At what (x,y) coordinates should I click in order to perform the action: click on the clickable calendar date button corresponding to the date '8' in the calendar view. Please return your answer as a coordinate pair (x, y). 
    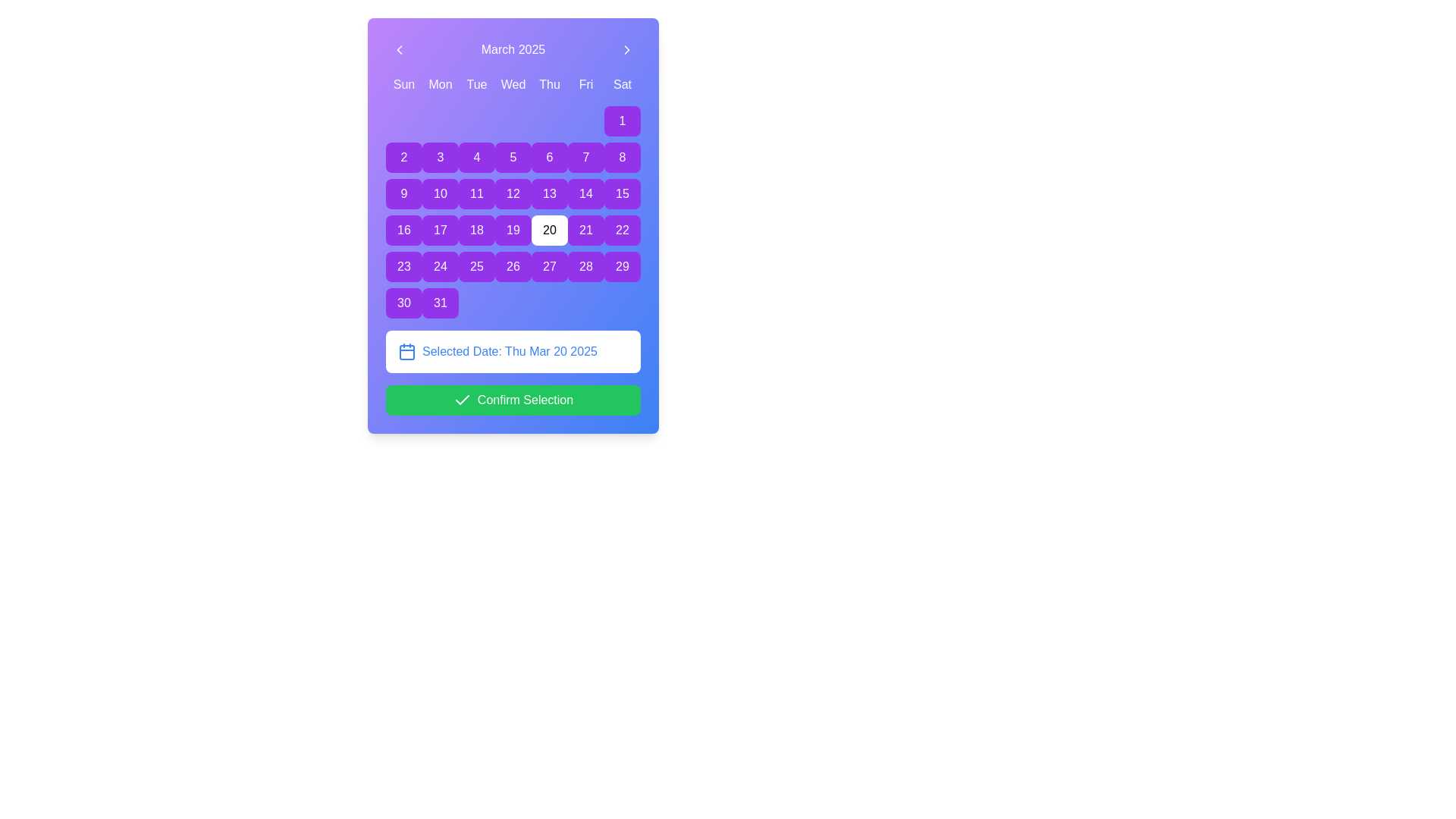
    Looking at the image, I should click on (622, 158).